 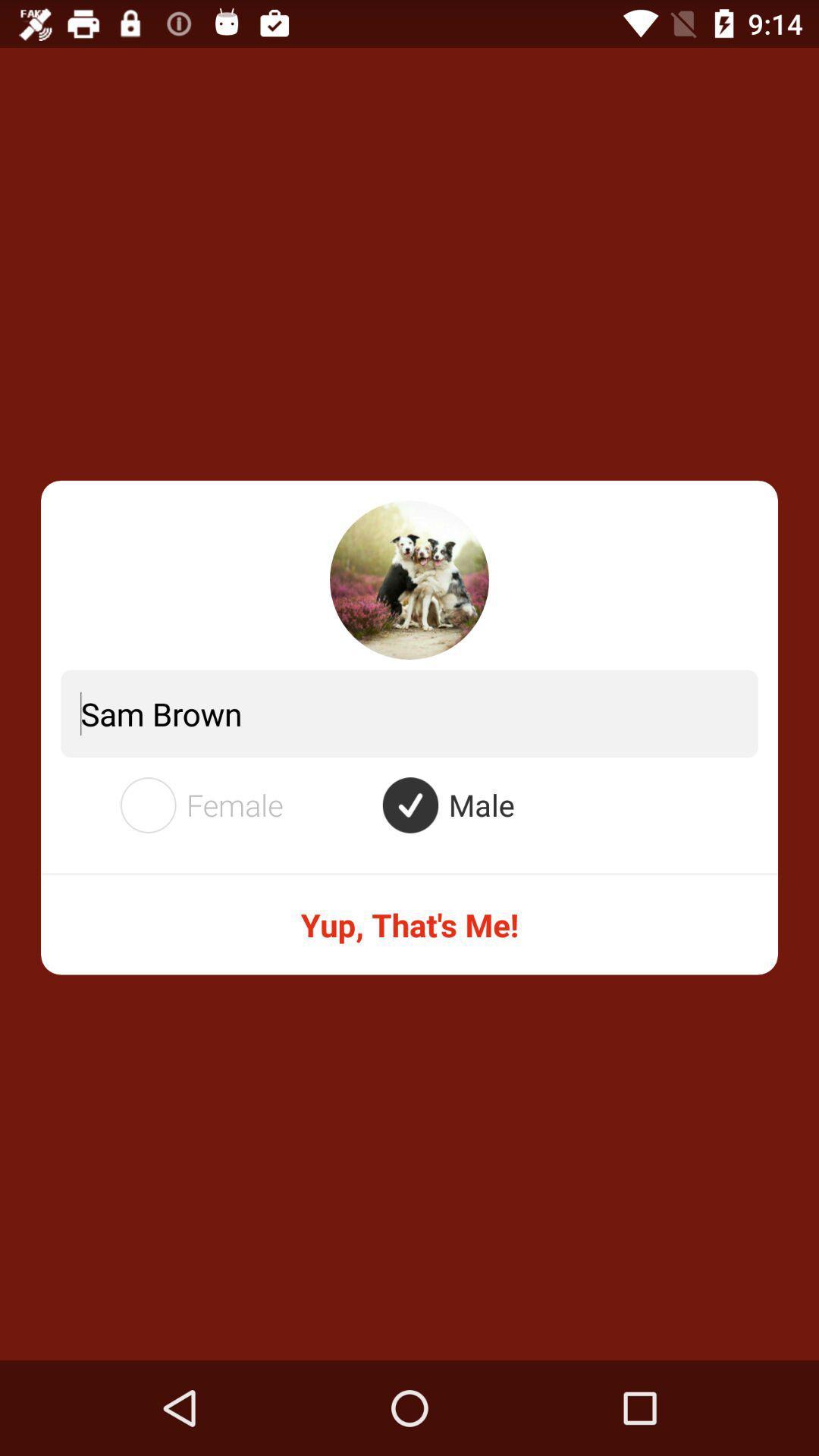 What do you see at coordinates (409, 579) in the screenshot?
I see `change profile picture` at bounding box center [409, 579].